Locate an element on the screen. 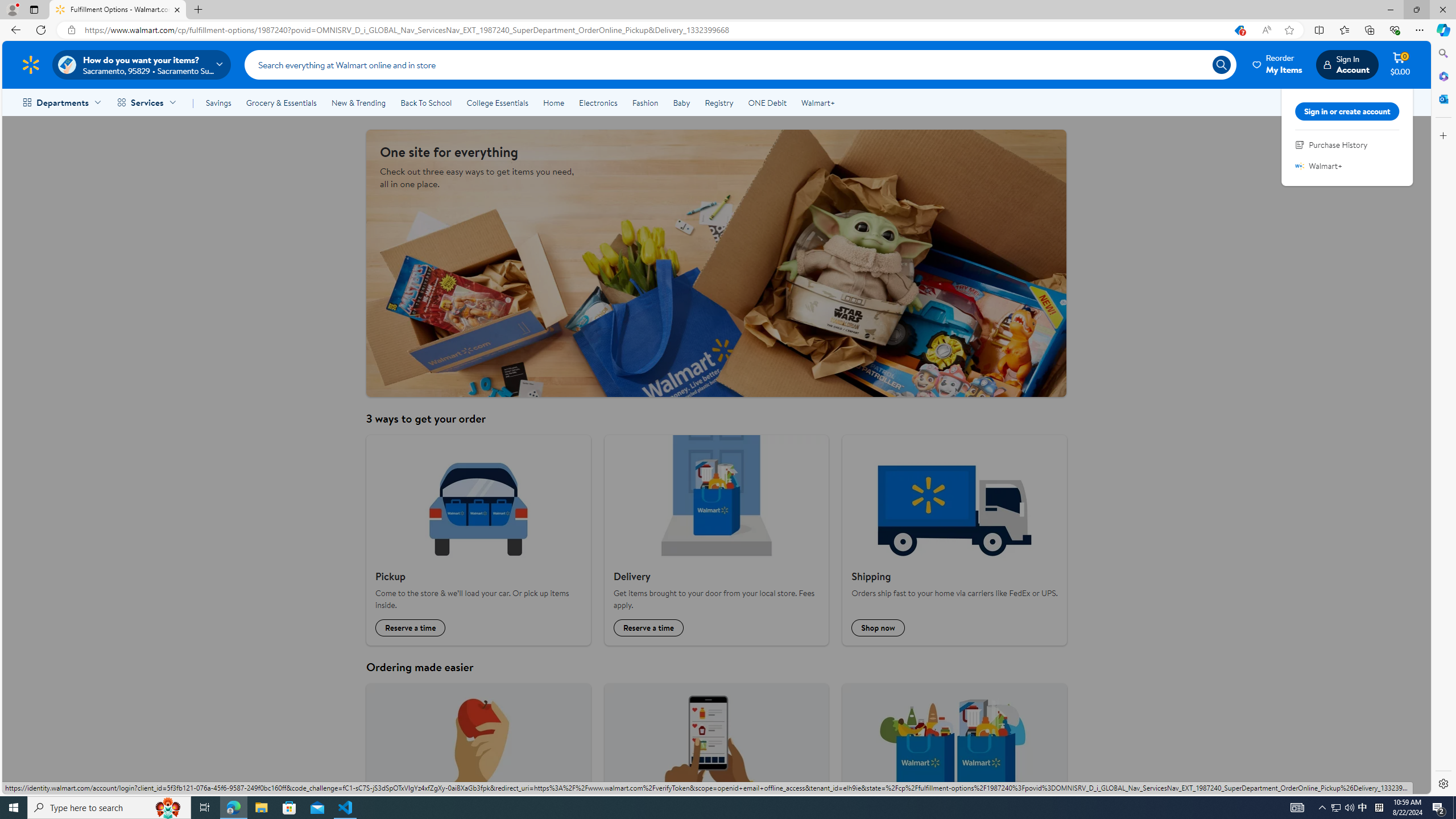  'Side bar' is located at coordinates (1443, 418).